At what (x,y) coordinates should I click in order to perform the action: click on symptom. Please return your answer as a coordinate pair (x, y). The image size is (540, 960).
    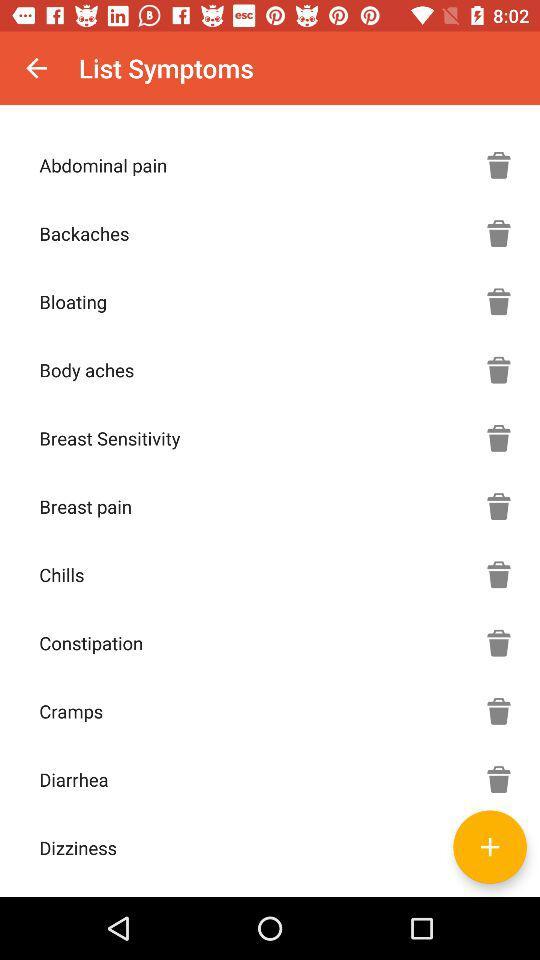
    Looking at the image, I should click on (498, 846).